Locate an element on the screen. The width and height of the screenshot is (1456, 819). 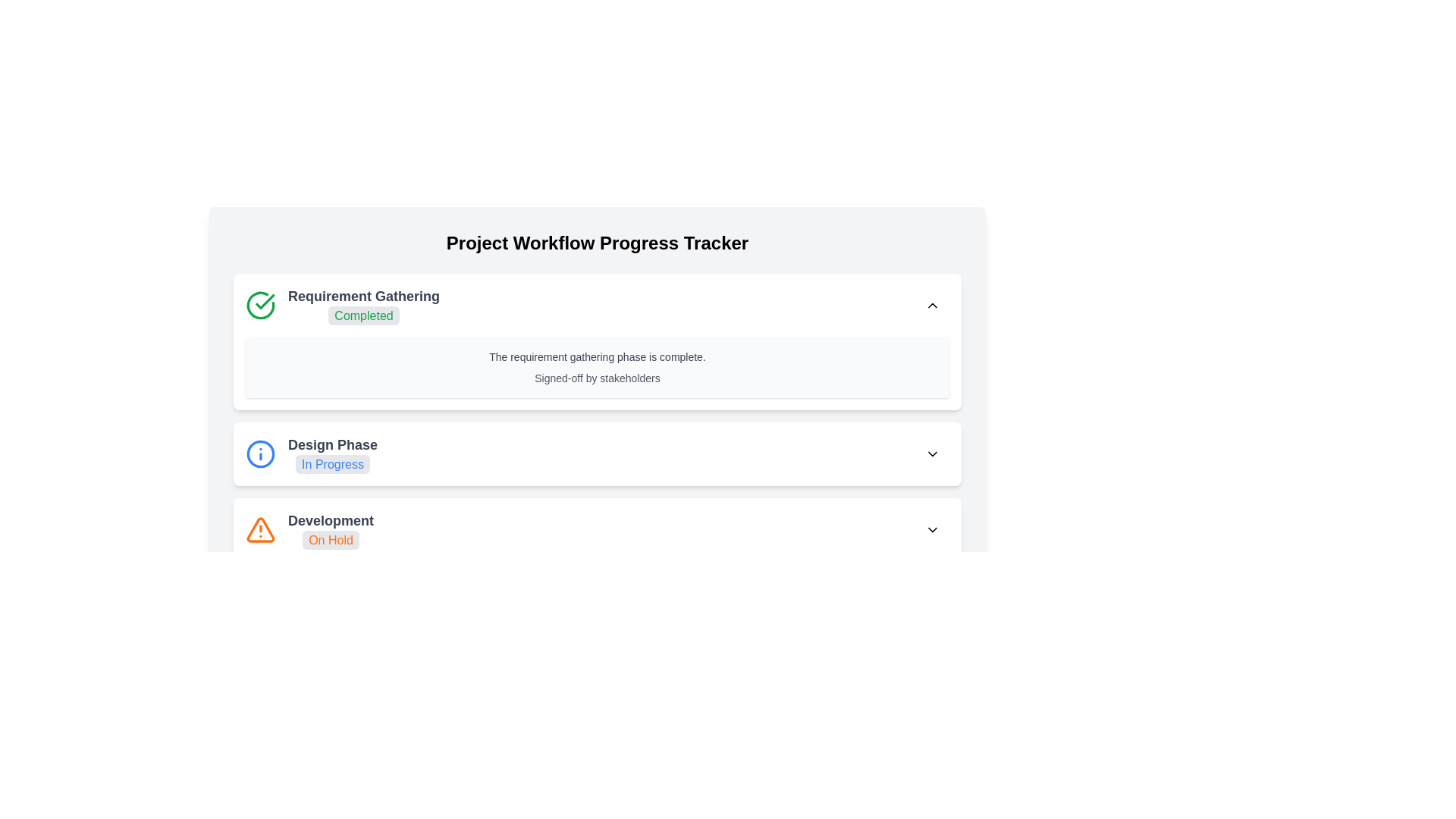
the chevron-down SVG icon located inside the rounded button of the 'Design Phase' section is located at coordinates (931, 453).